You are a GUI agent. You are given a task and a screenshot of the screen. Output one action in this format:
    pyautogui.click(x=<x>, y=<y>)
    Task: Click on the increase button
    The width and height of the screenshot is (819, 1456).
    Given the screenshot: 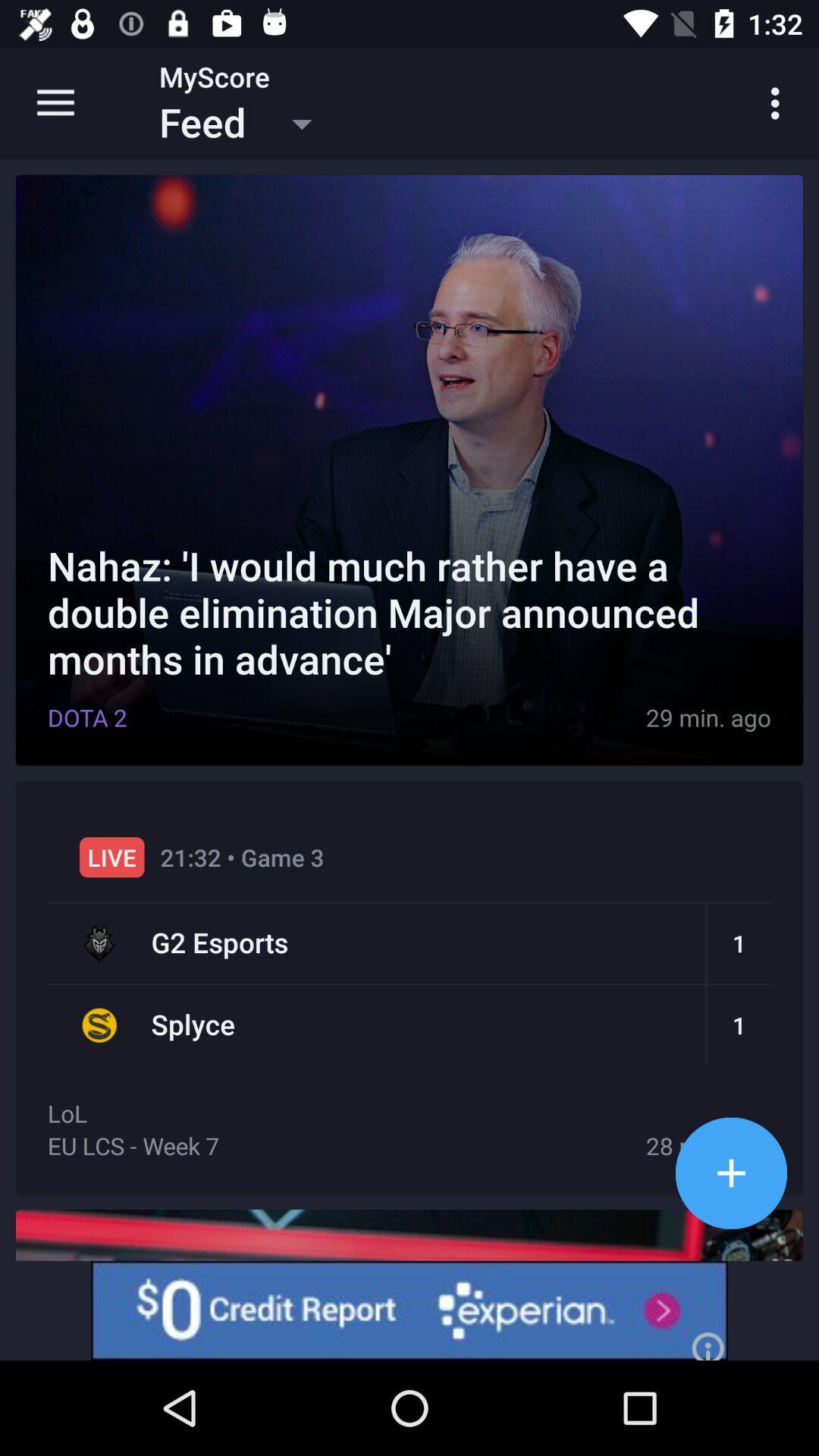 What is the action you would take?
    pyautogui.click(x=730, y=1172)
    